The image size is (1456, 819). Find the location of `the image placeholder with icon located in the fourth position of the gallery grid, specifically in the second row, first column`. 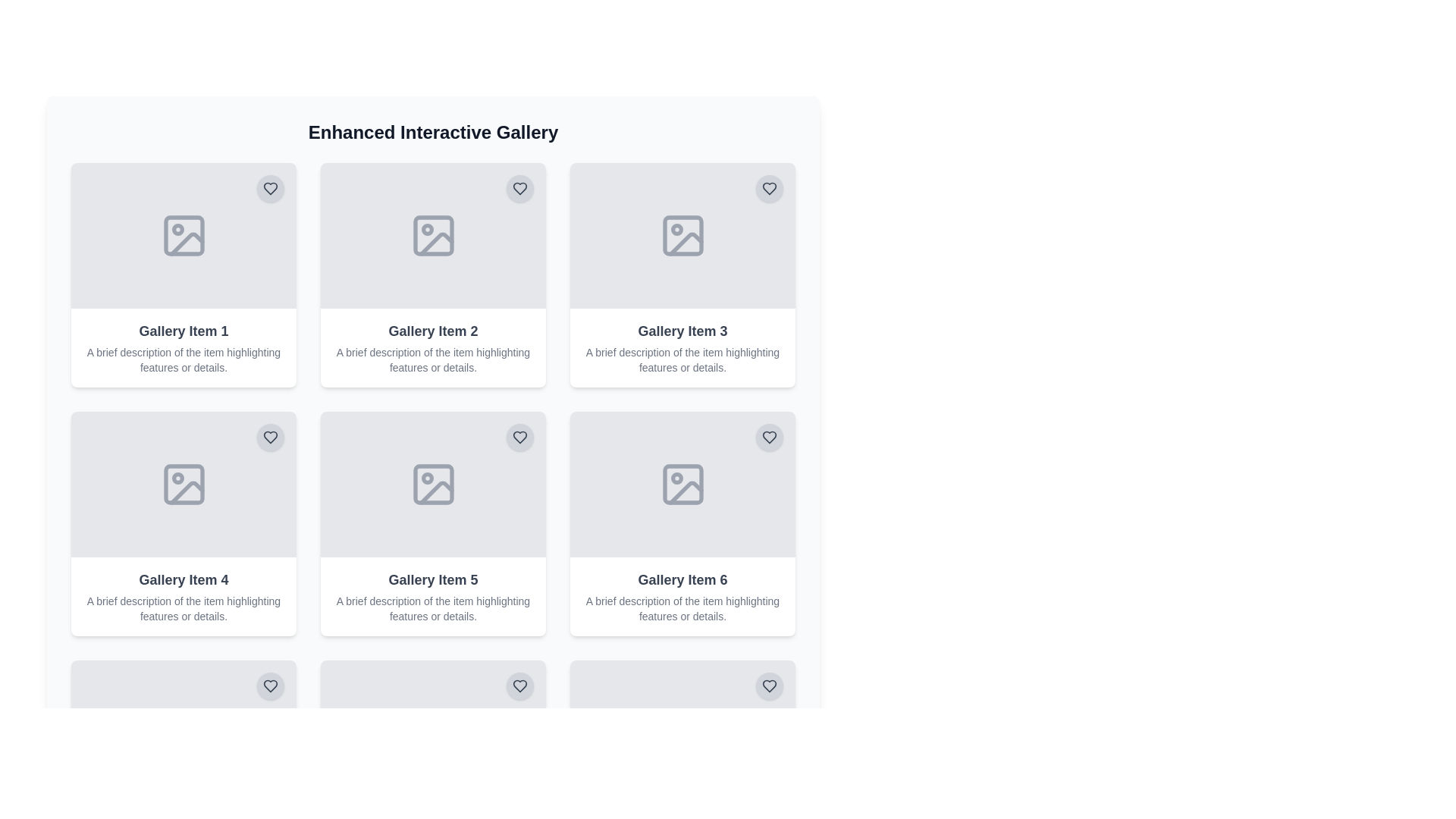

the image placeholder with icon located in the fourth position of the gallery grid, specifically in the second row, first column is located at coordinates (183, 485).